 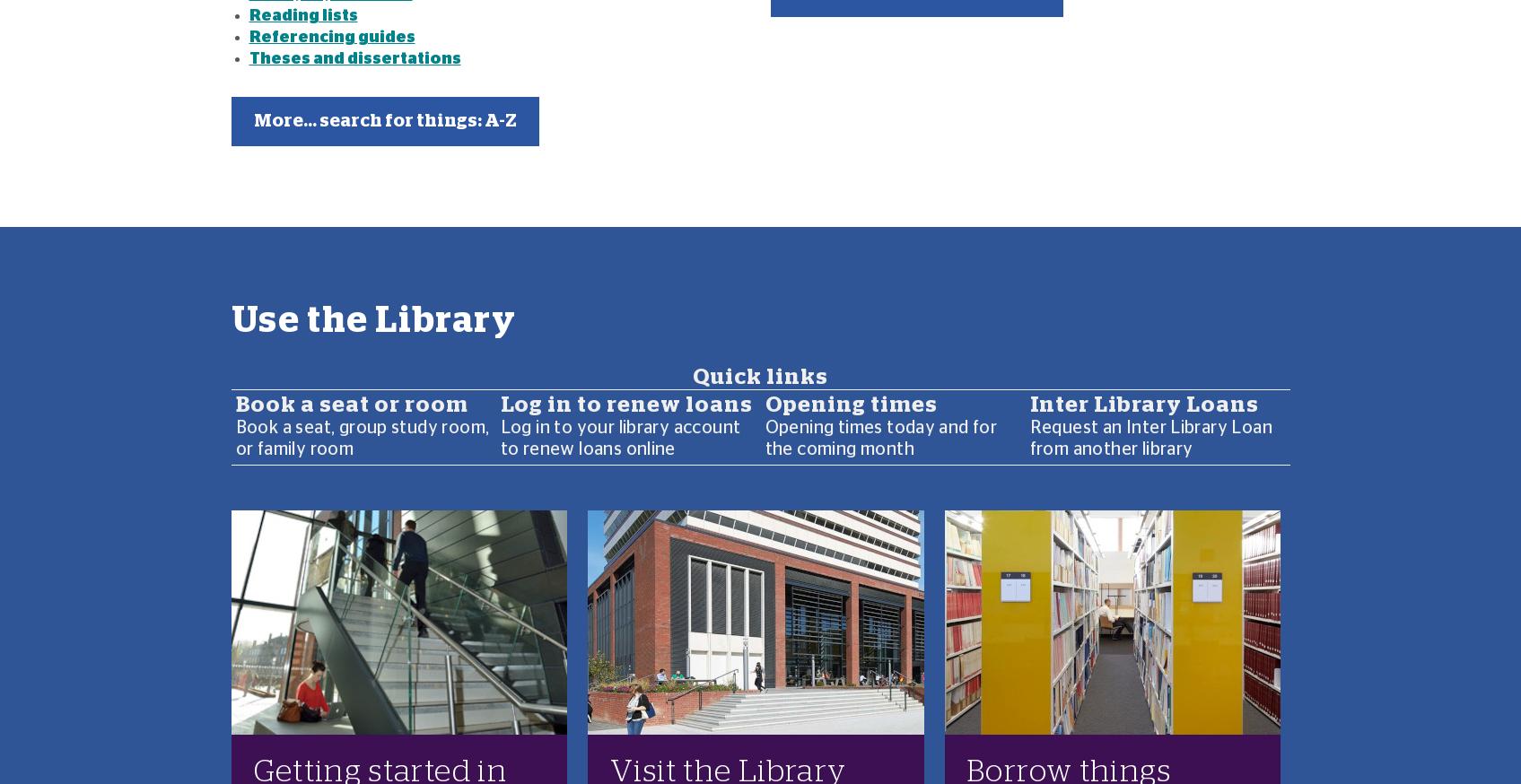 What do you see at coordinates (285, 271) in the screenshot?
I see `'Library Café'` at bounding box center [285, 271].